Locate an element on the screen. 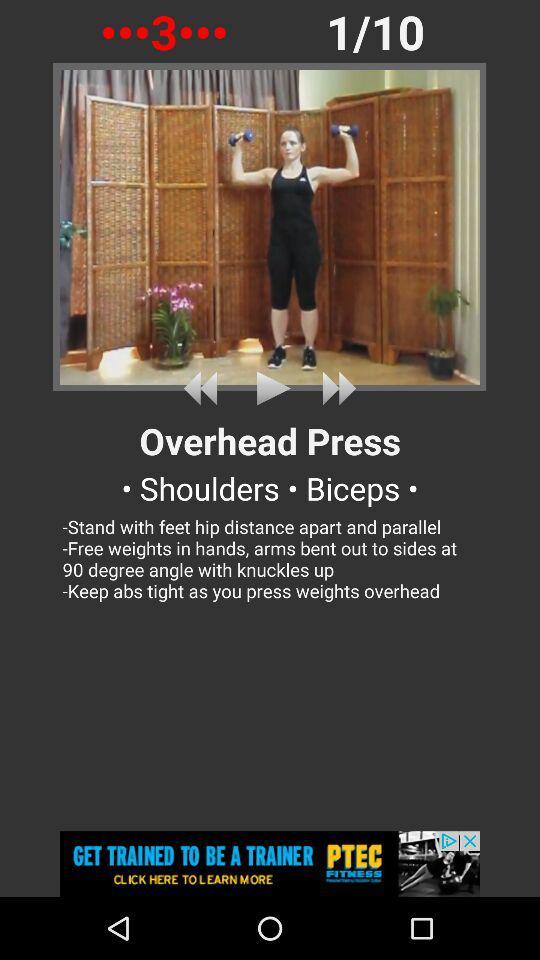 The width and height of the screenshot is (540, 960). go back is located at coordinates (203, 387).